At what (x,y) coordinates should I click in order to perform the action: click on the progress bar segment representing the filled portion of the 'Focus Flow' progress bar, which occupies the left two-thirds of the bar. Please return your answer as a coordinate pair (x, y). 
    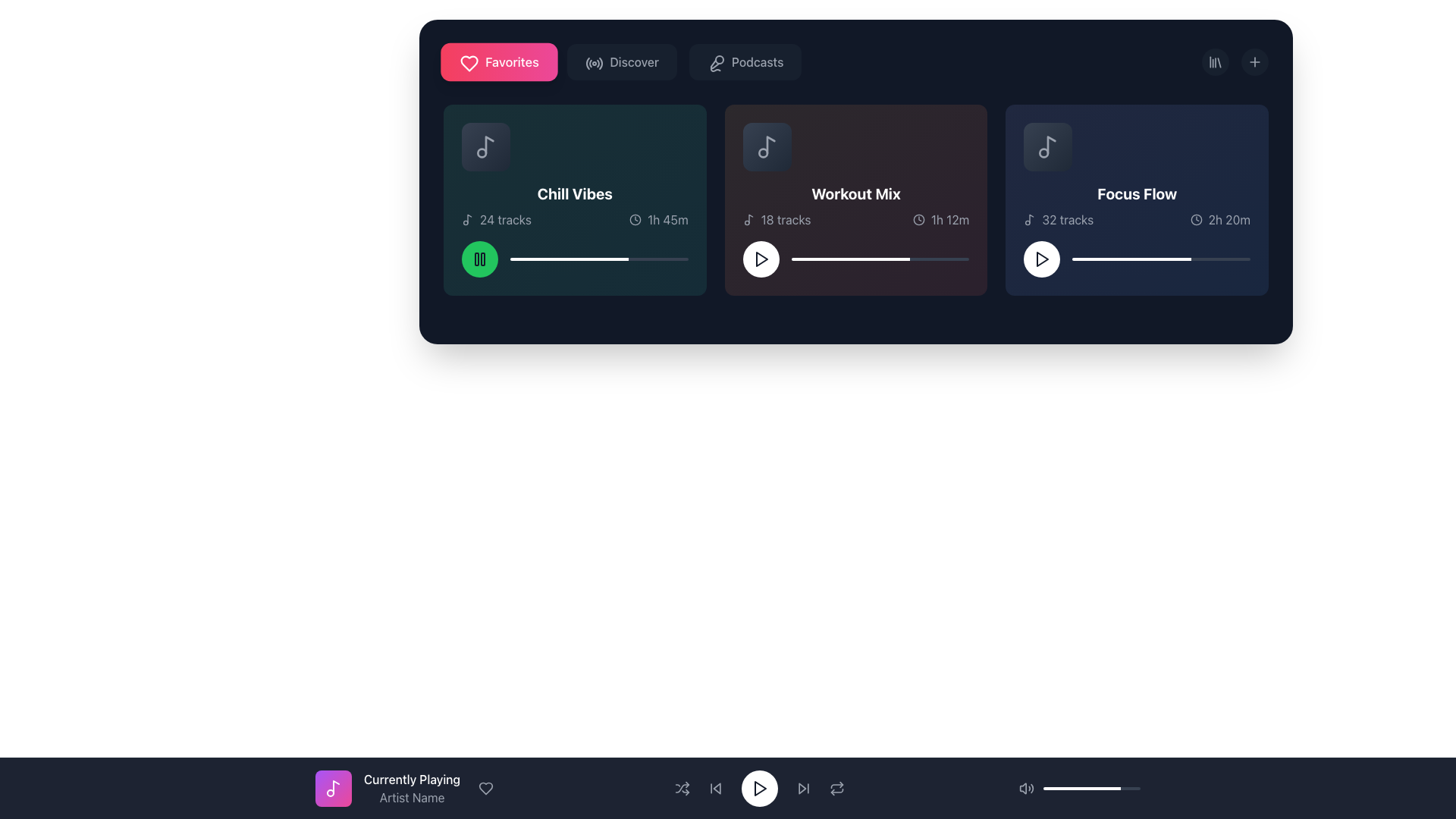
    Looking at the image, I should click on (1131, 259).